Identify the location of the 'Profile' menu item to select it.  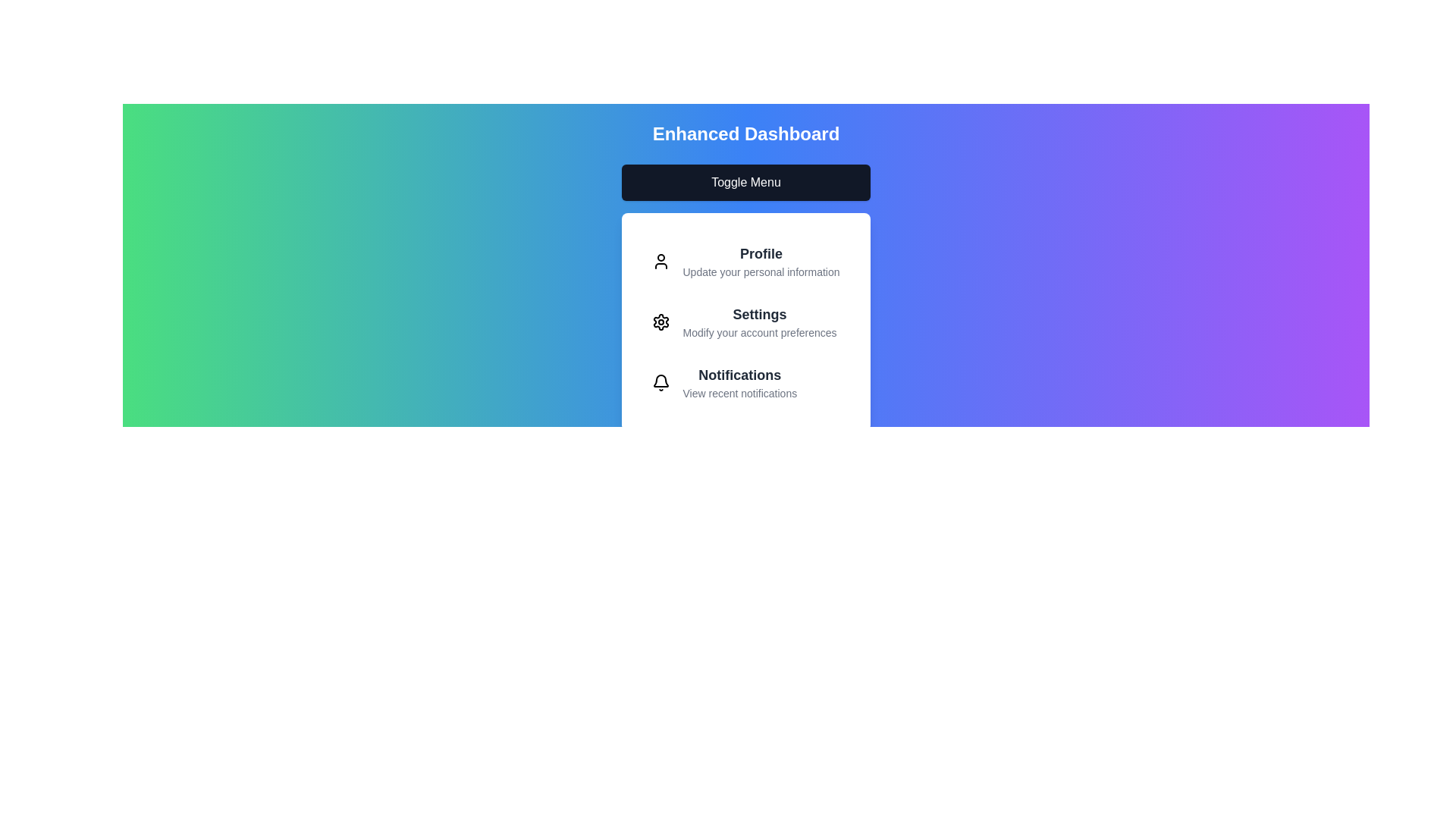
(745, 260).